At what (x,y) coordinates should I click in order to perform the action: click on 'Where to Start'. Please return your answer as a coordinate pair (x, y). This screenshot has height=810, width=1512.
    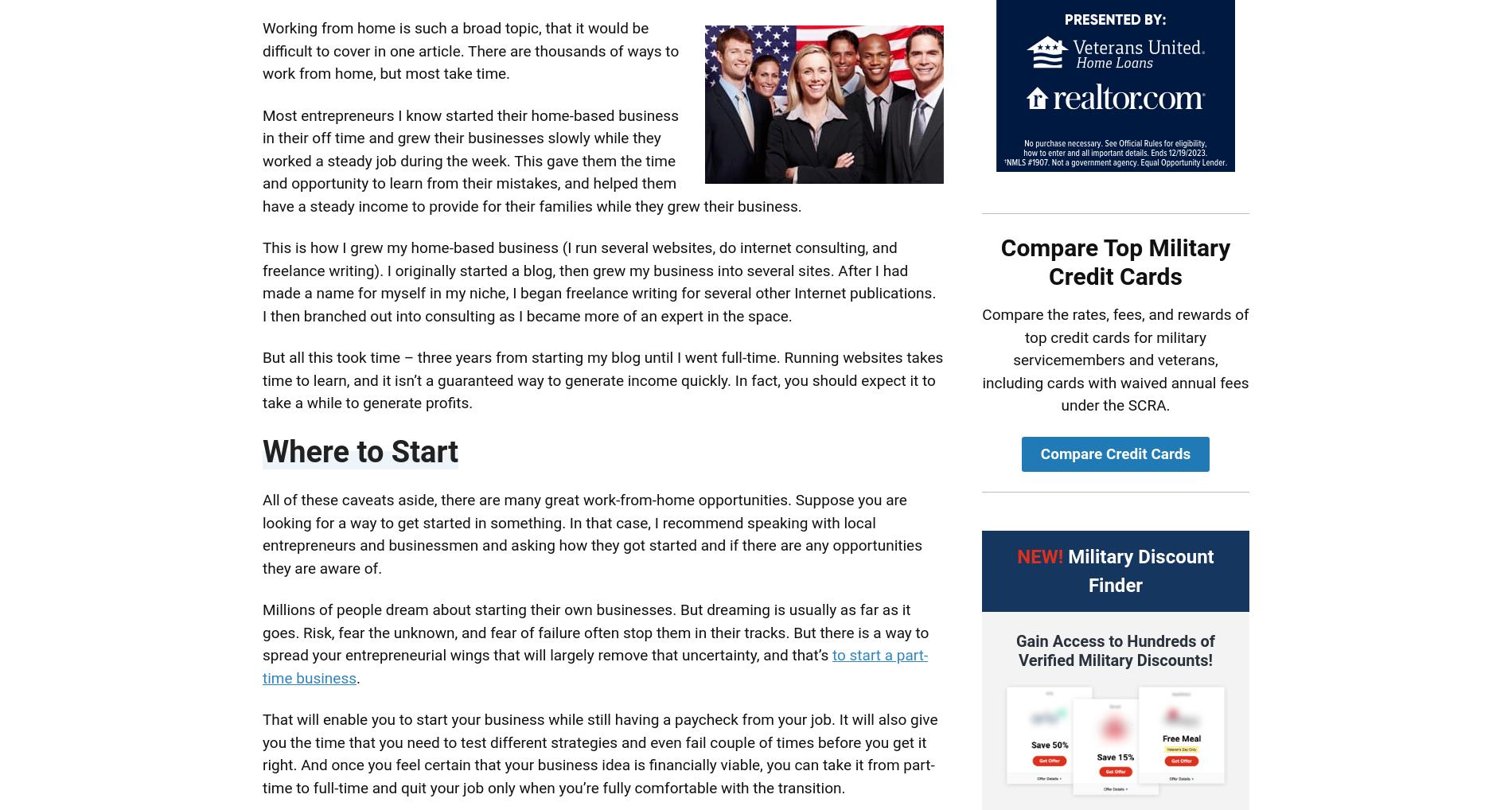
    Looking at the image, I should click on (359, 451).